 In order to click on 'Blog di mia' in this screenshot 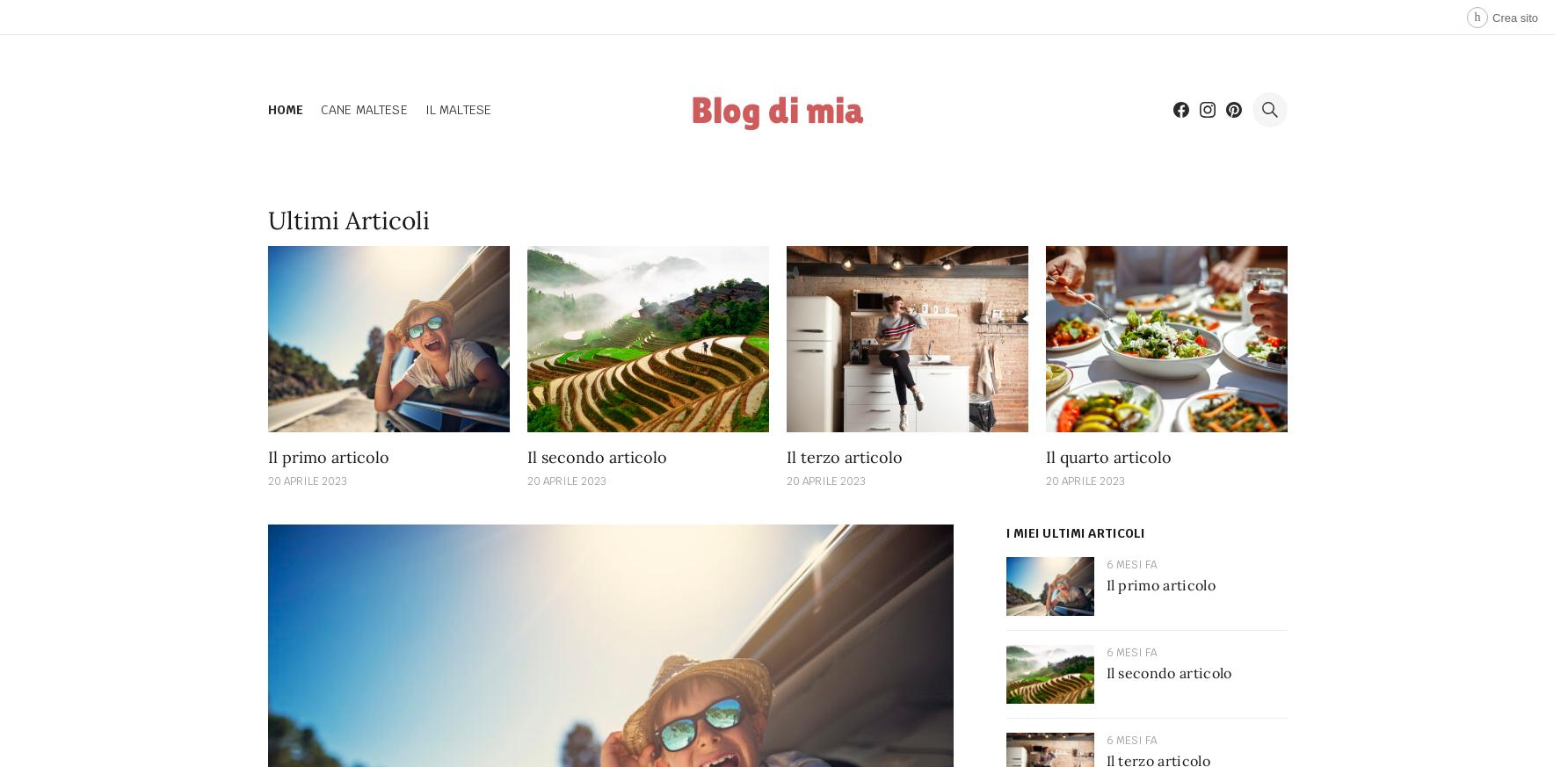, I will do `click(690, 110)`.